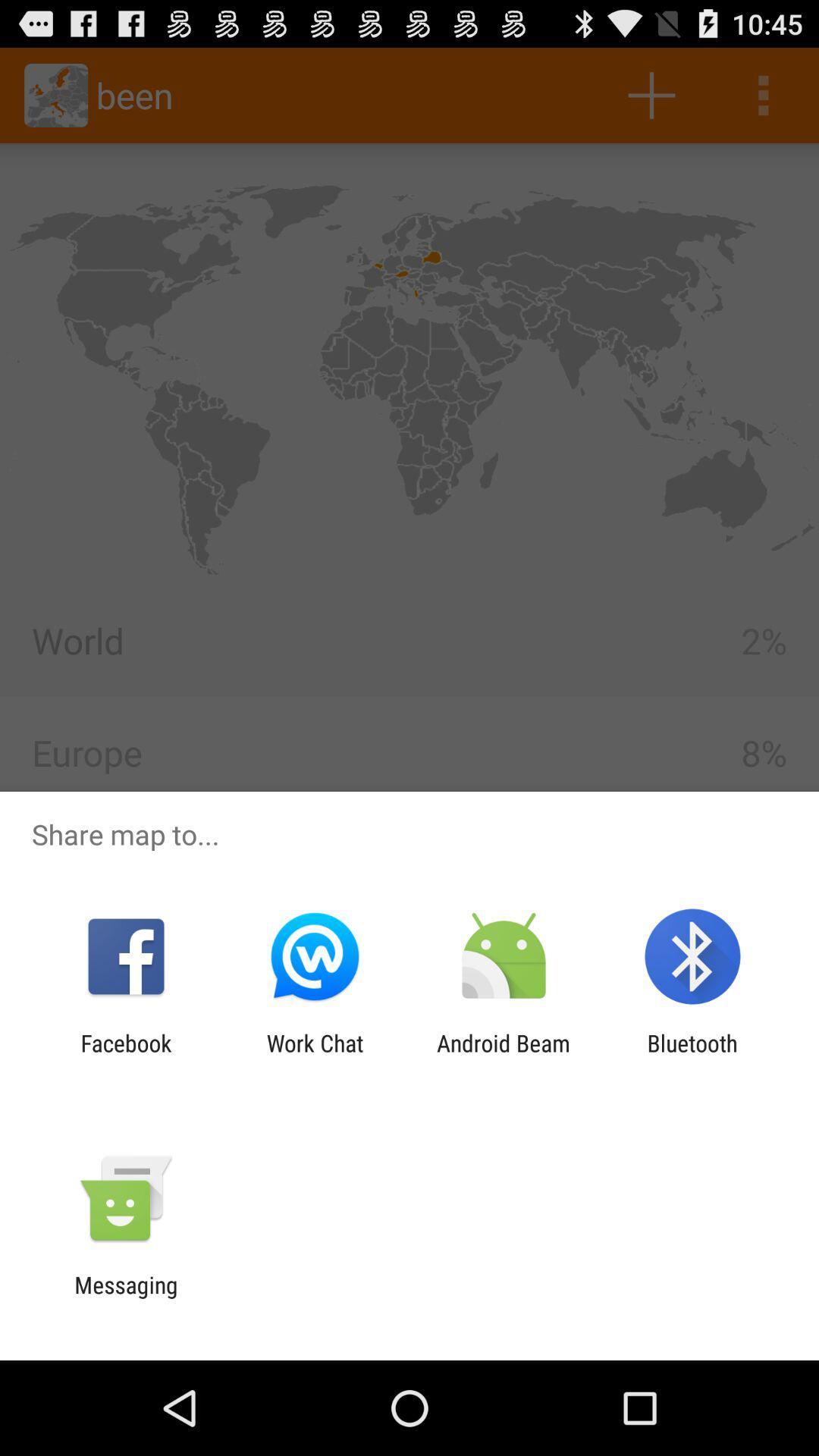 Image resolution: width=819 pixels, height=1456 pixels. What do you see at coordinates (504, 1056) in the screenshot?
I see `the app to the left of bluetooth app` at bounding box center [504, 1056].